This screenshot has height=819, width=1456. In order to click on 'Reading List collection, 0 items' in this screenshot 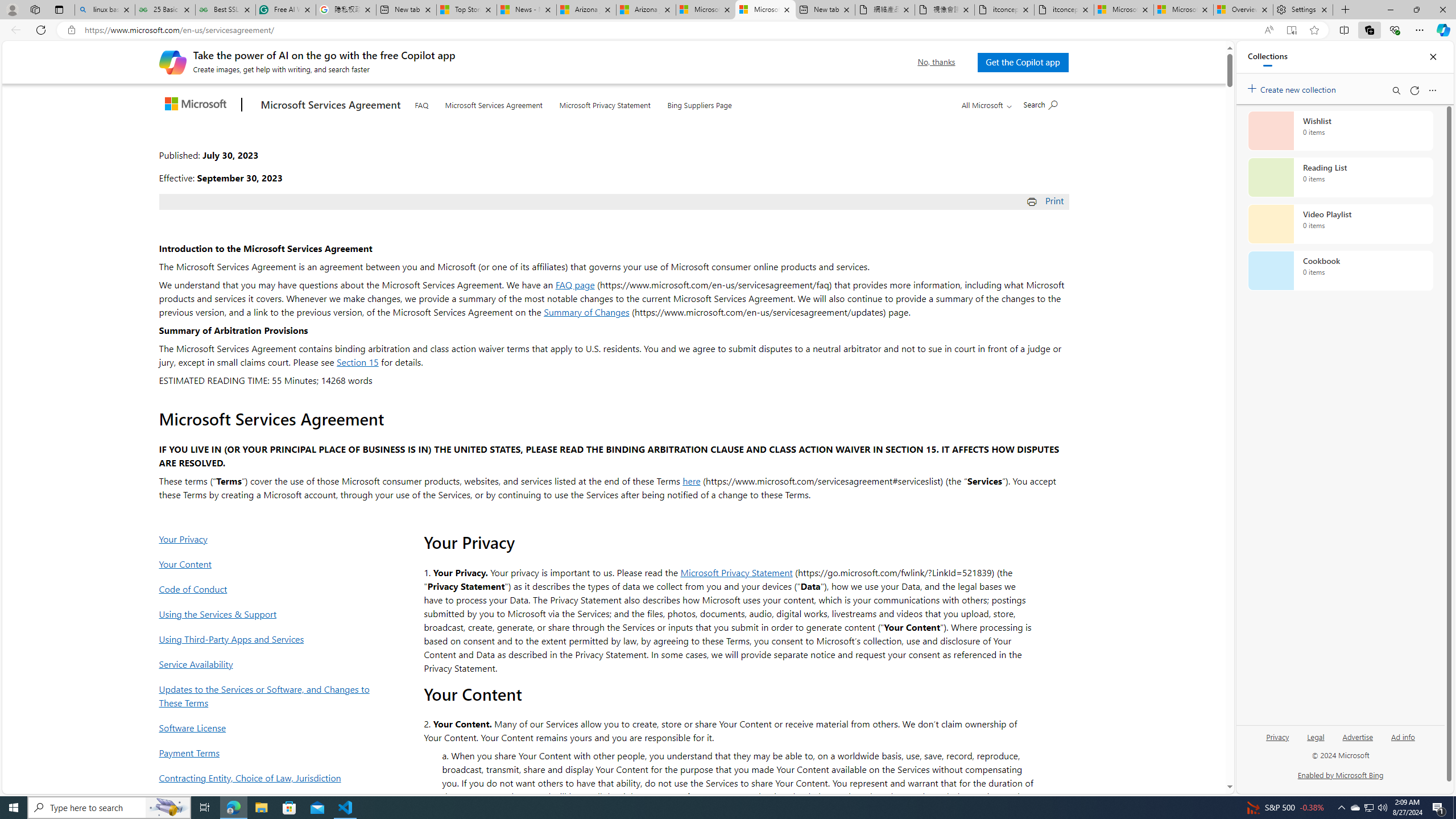, I will do `click(1340, 176)`.